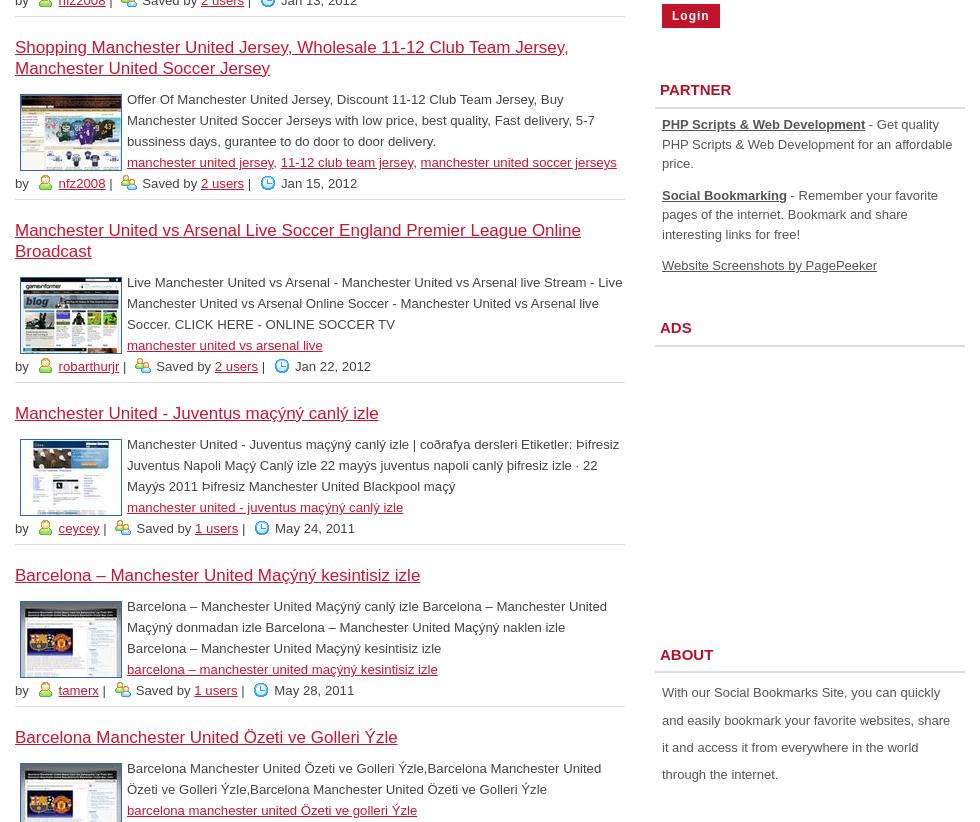 Image resolution: width=980 pixels, height=822 pixels. Describe the element at coordinates (78, 689) in the screenshot. I see `'tamerx'` at that location.